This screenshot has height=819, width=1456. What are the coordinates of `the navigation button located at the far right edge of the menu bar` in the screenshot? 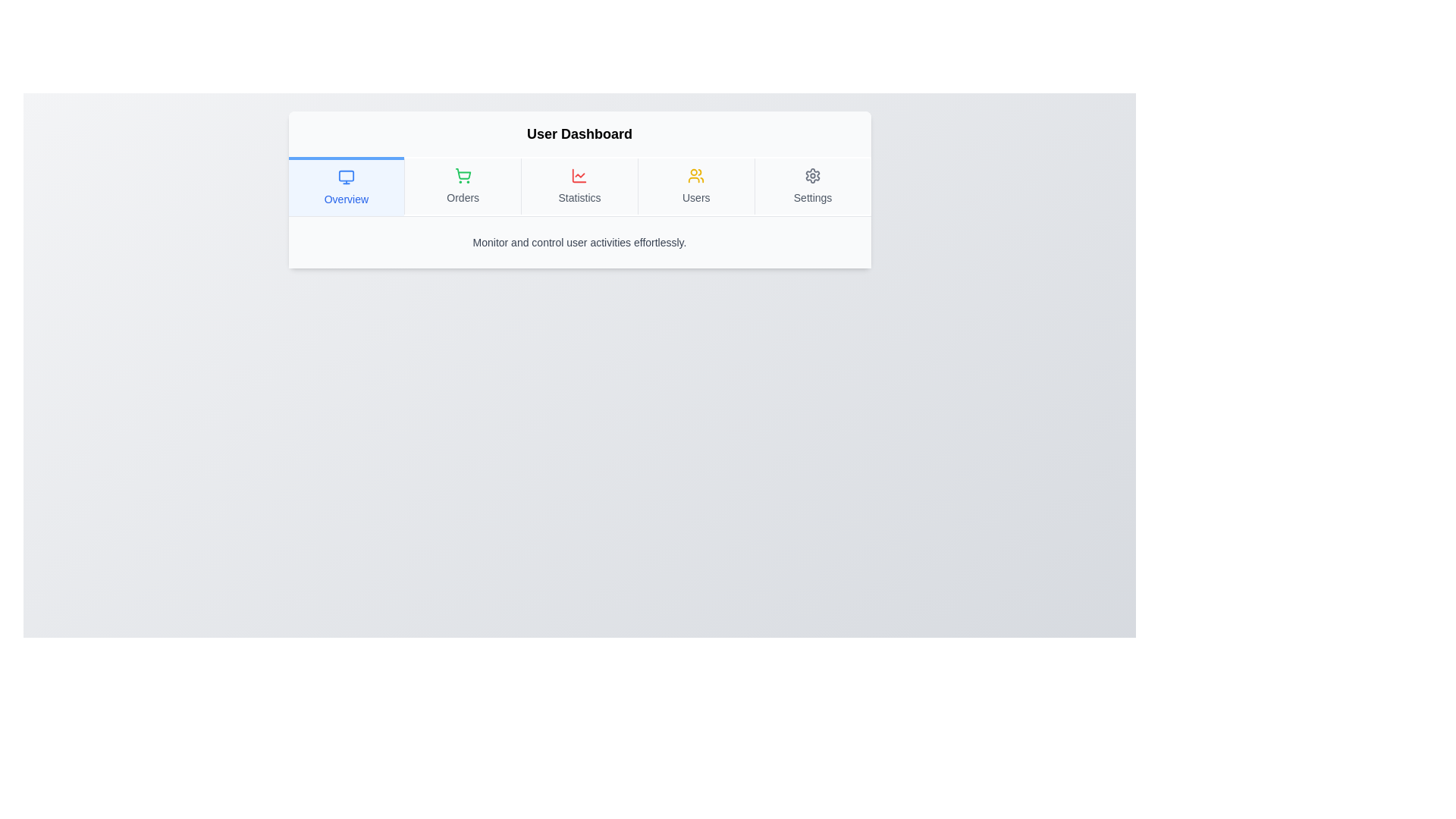 It's located at (811, 186).